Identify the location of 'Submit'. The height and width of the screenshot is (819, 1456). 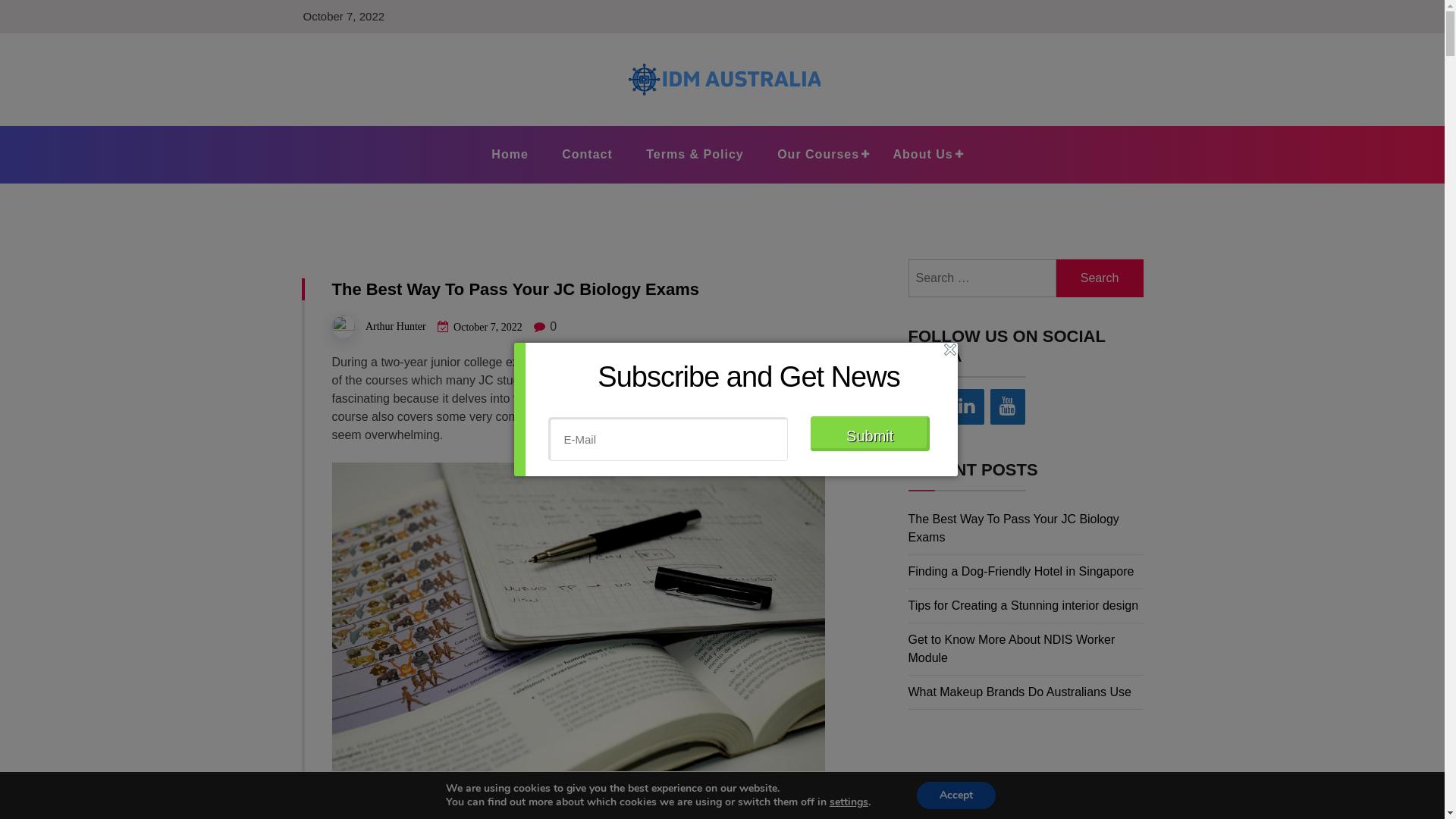
(869, 433).